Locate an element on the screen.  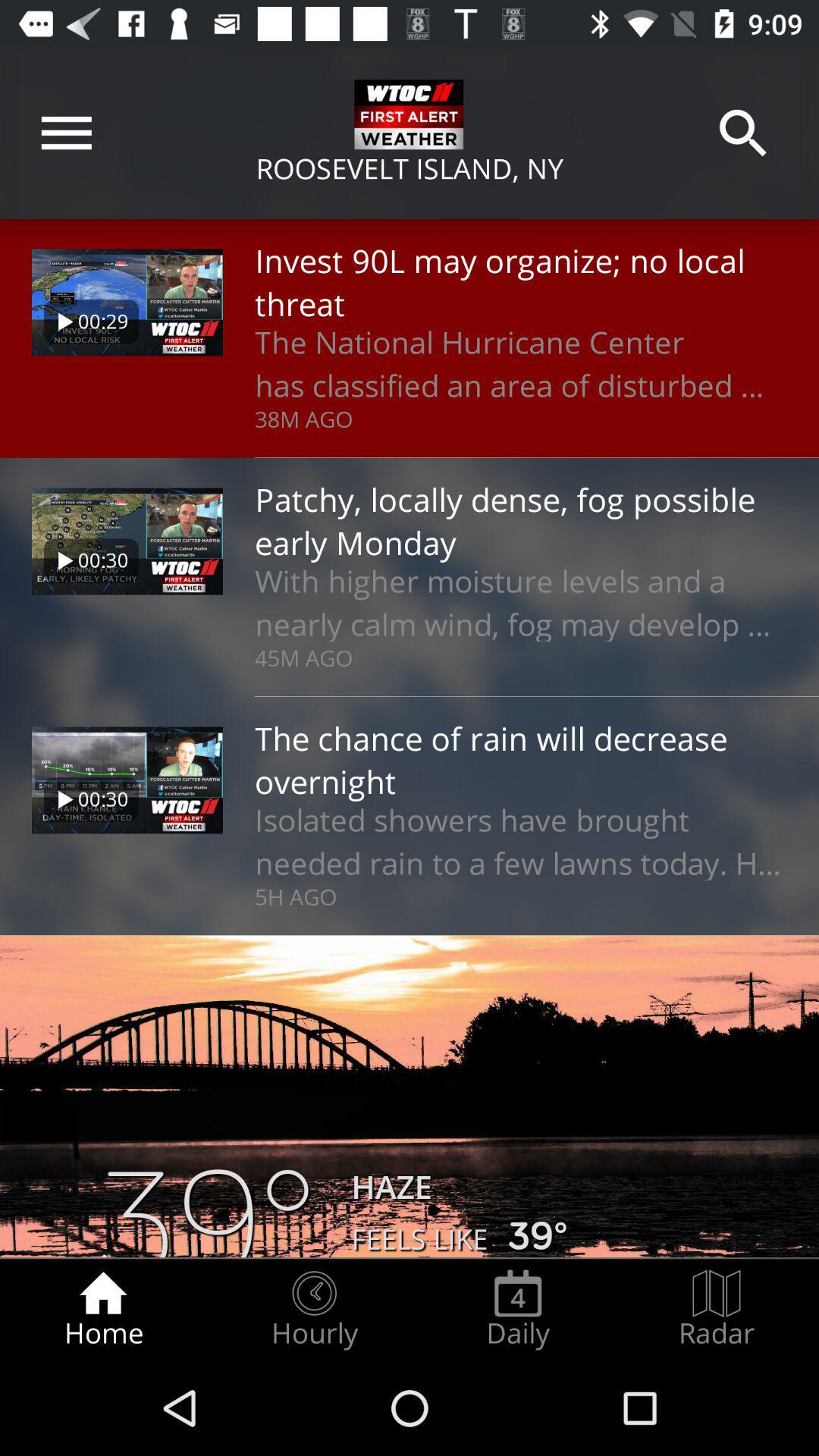
the home icon is located at coordinates (102, 1309).